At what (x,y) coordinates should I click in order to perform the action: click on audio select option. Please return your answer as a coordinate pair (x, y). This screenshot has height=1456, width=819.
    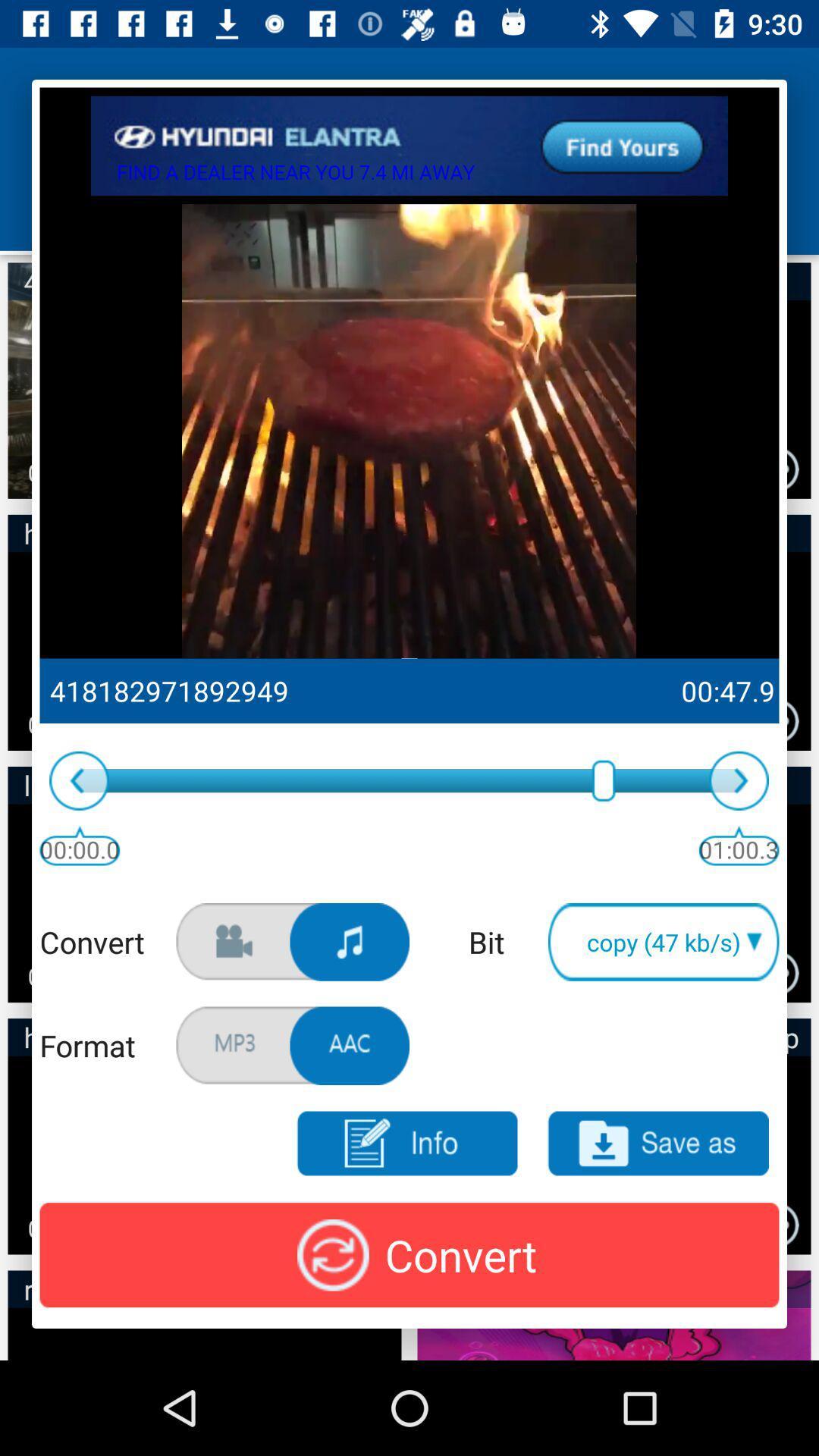
    Looking at the image, I should click on (350, 941).